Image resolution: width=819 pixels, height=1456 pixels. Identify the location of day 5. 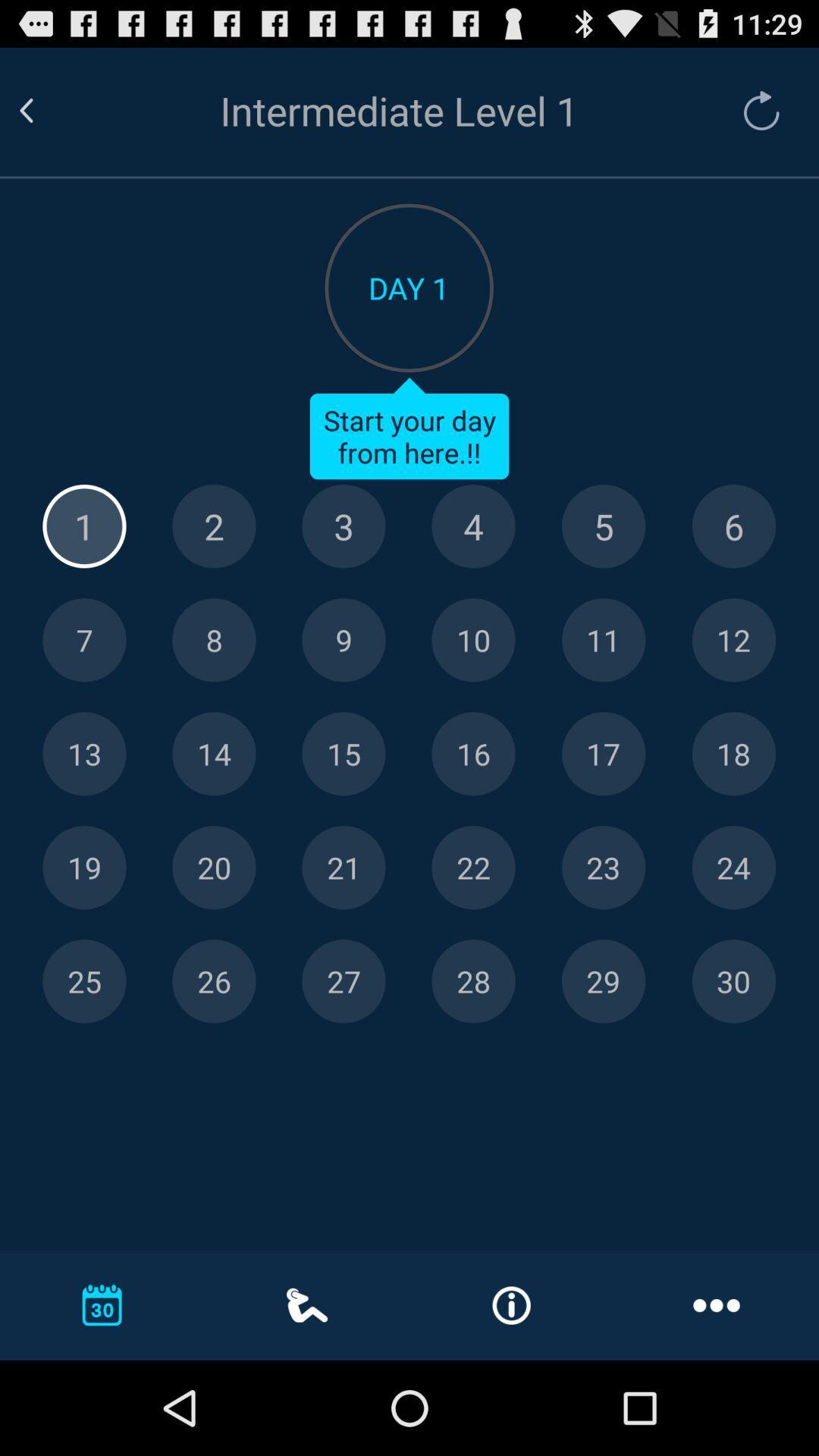
(603, 526).